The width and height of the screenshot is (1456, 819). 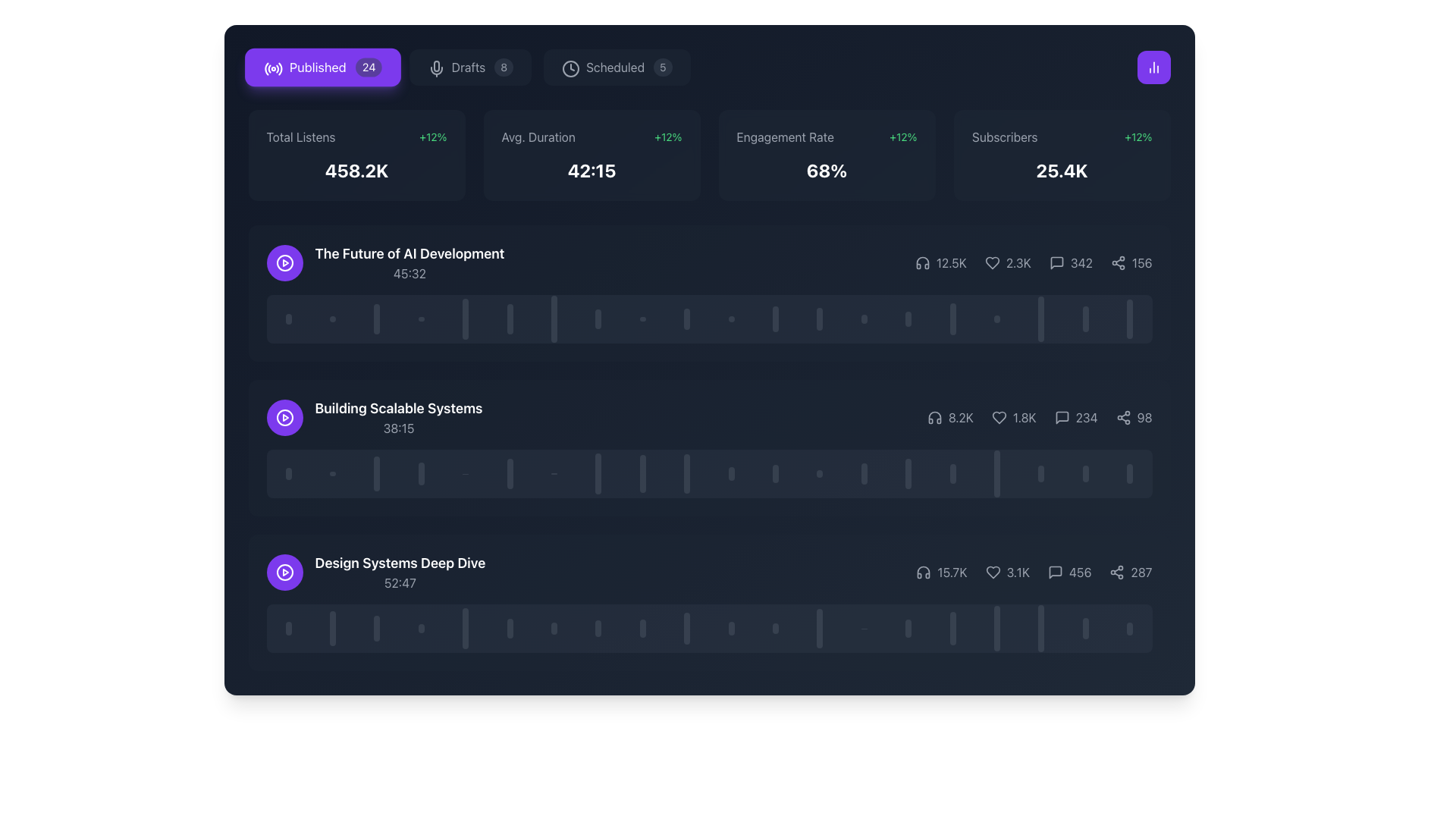 What do you see at coordinates (686, 472) in the screenshot?
I see `the tenth vertical progress bar in the 'Building Scalable Systems' section of the interface, which serves as a timeline indicator` at bounding box center [686, 472].